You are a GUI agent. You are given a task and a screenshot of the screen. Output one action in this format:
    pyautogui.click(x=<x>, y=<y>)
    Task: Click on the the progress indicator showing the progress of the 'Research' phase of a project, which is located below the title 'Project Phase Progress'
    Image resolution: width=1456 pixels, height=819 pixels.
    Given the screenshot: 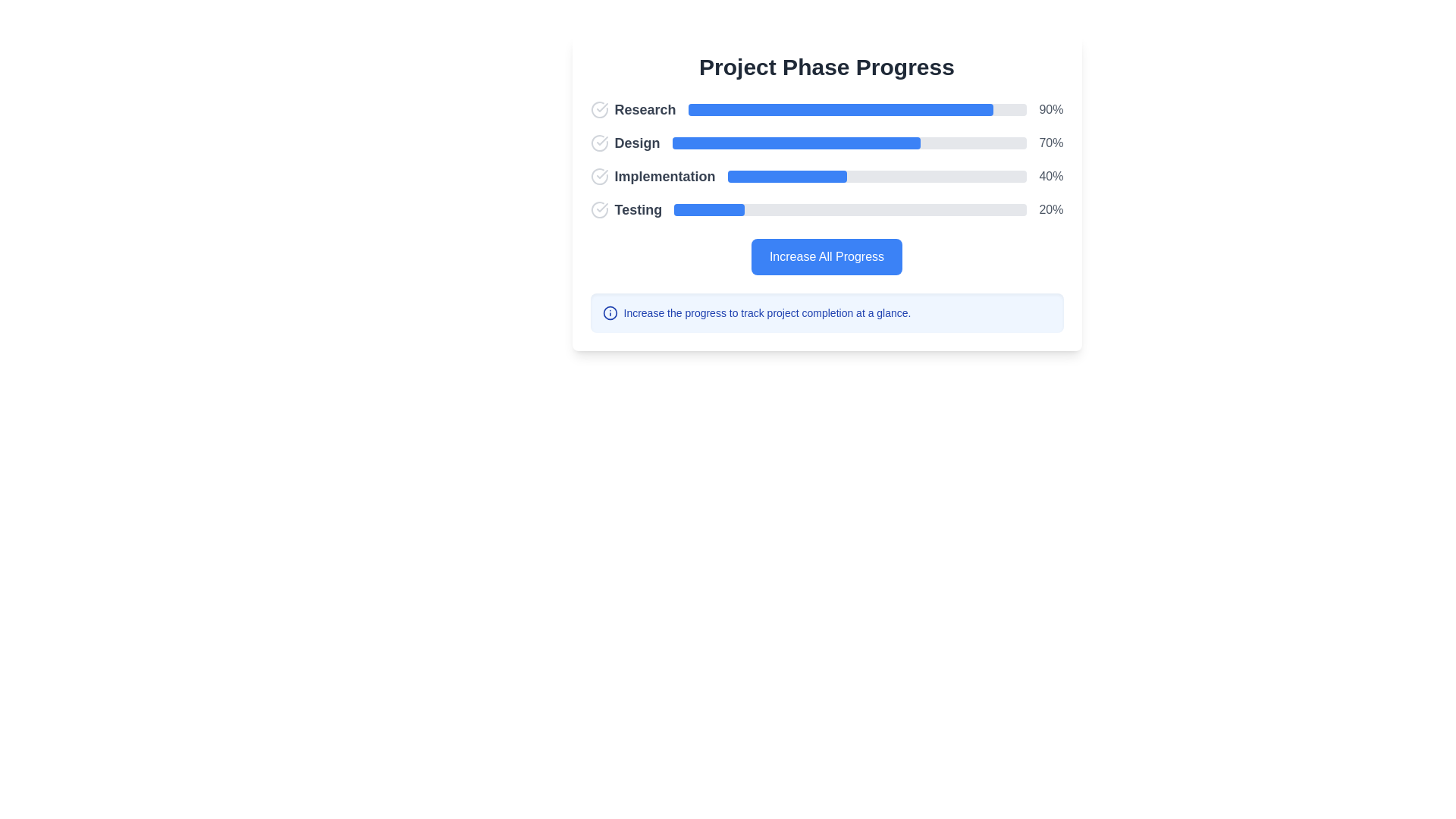 What is the action you would take?
    pyautogui.click(x=826, y=109)
    